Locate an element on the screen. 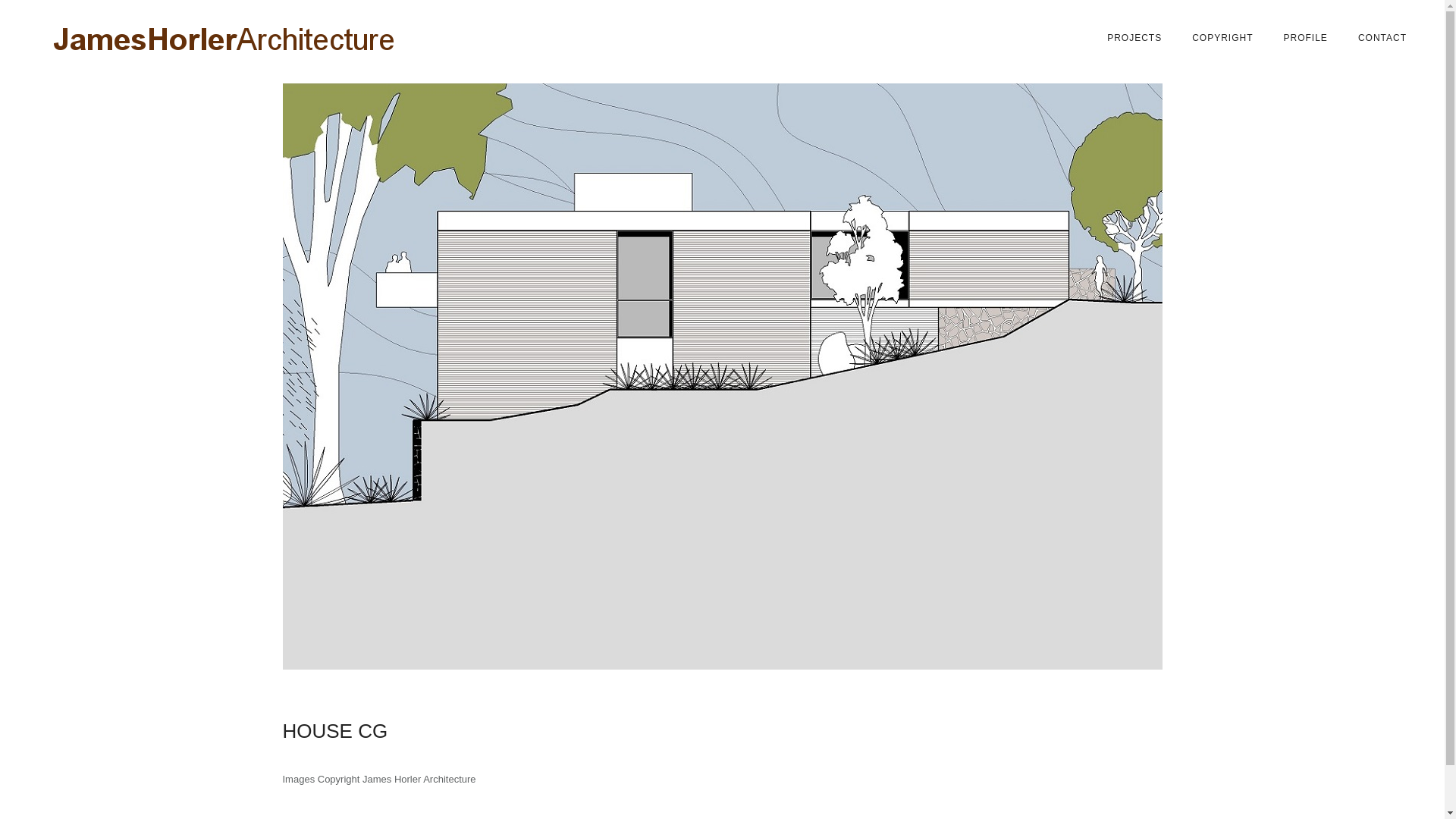 This screenshot has width=1456, height=819. 'CONTACT' is located at coordinates (1382, 37).